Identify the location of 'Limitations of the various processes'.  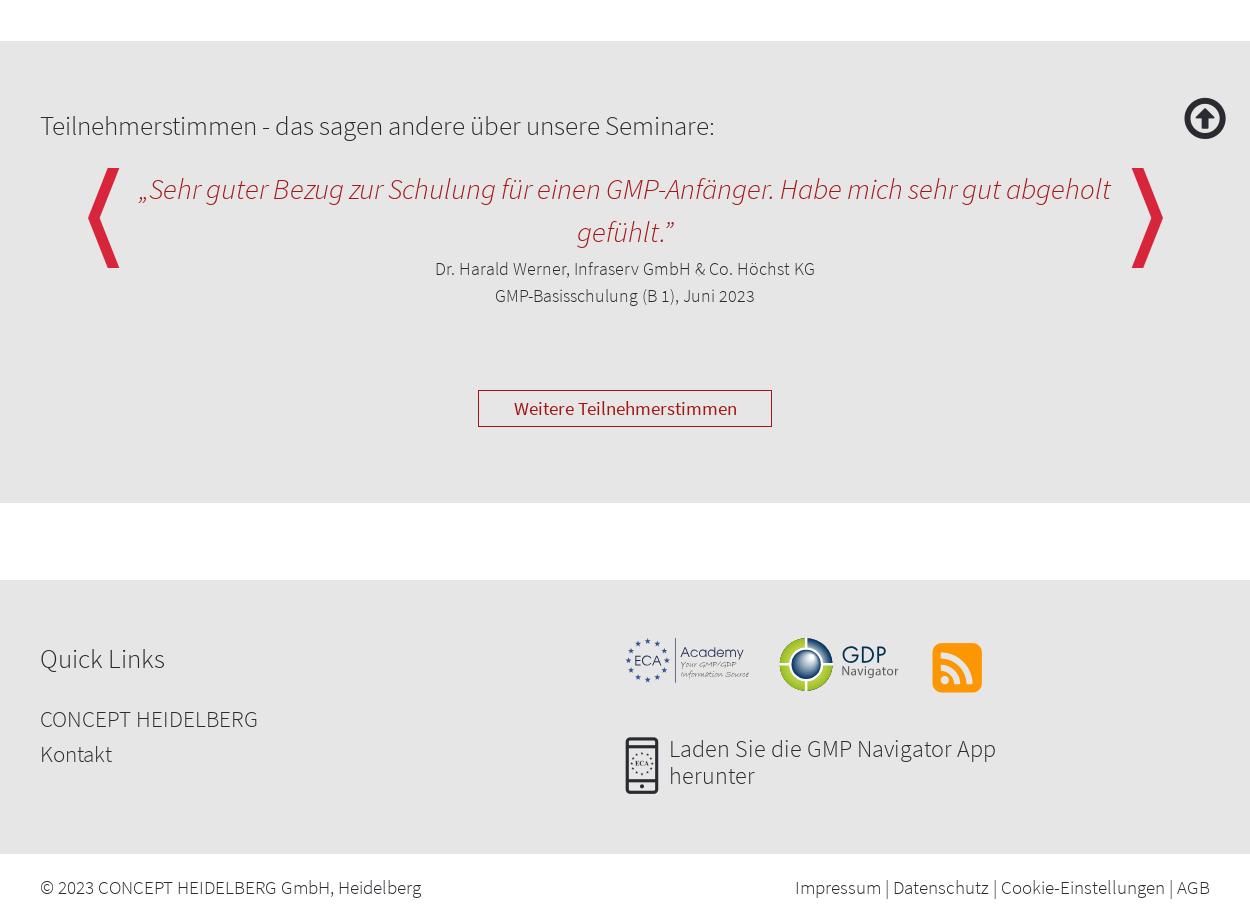
(190, 31).